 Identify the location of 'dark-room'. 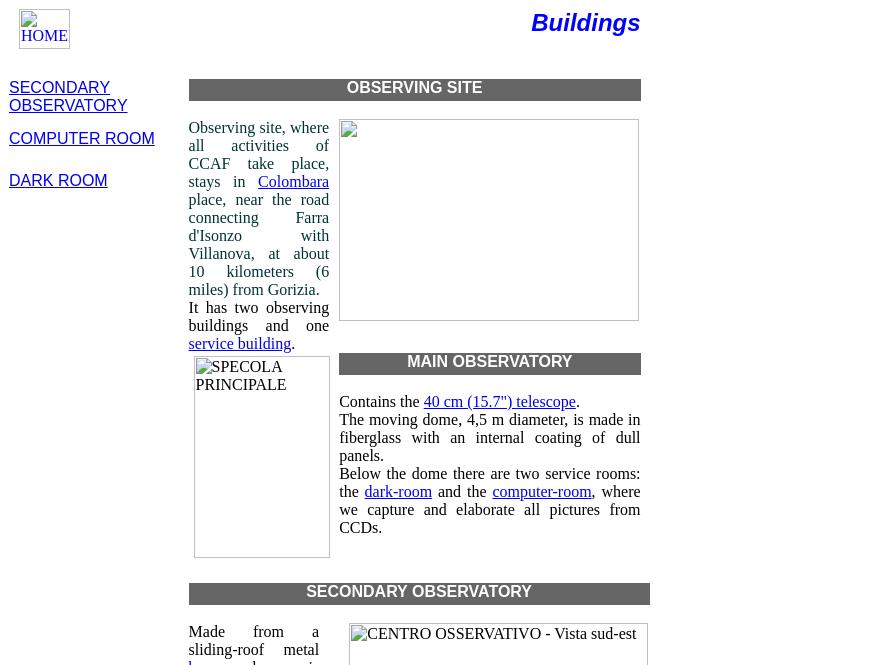
(397, 491).